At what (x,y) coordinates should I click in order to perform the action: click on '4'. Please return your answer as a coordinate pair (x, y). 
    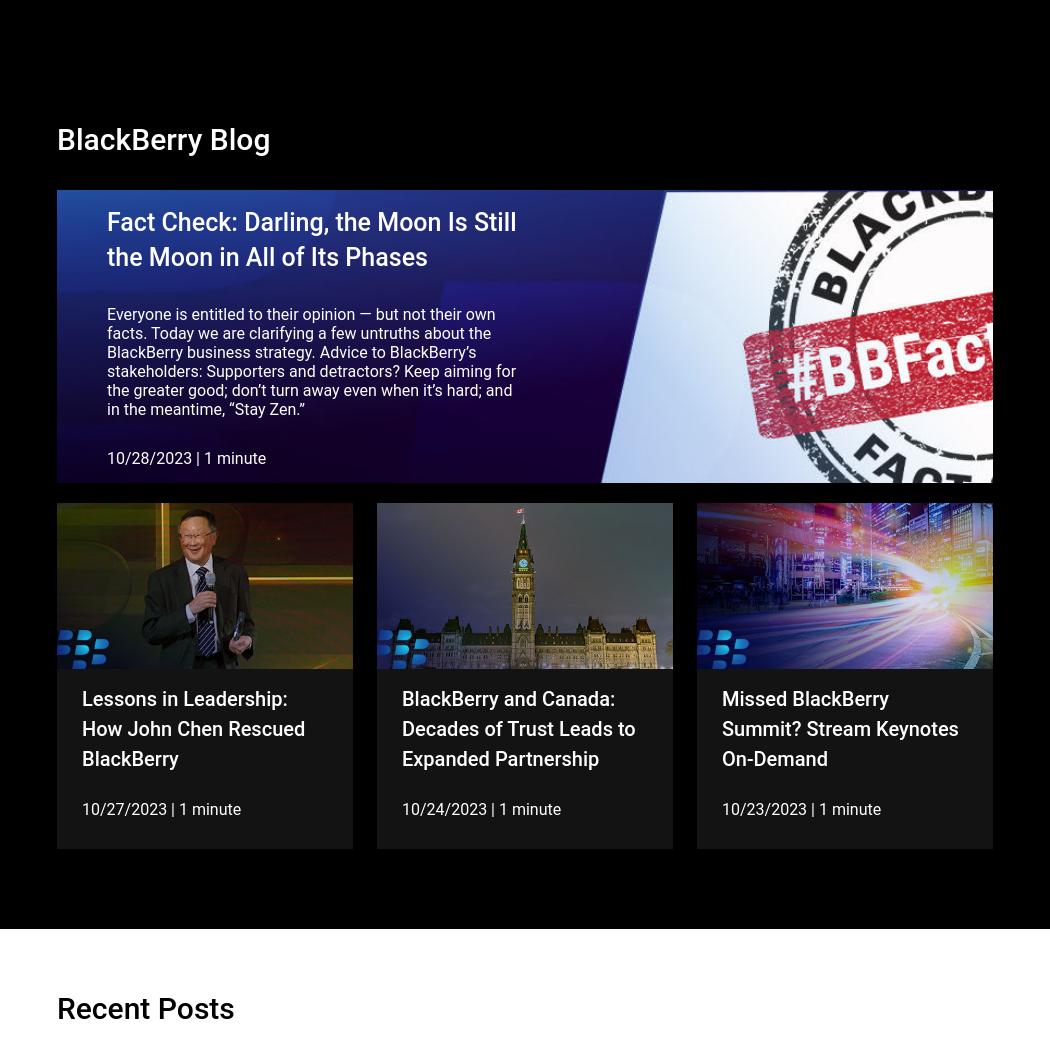
    Looking at the image, I should click on (338, 967).